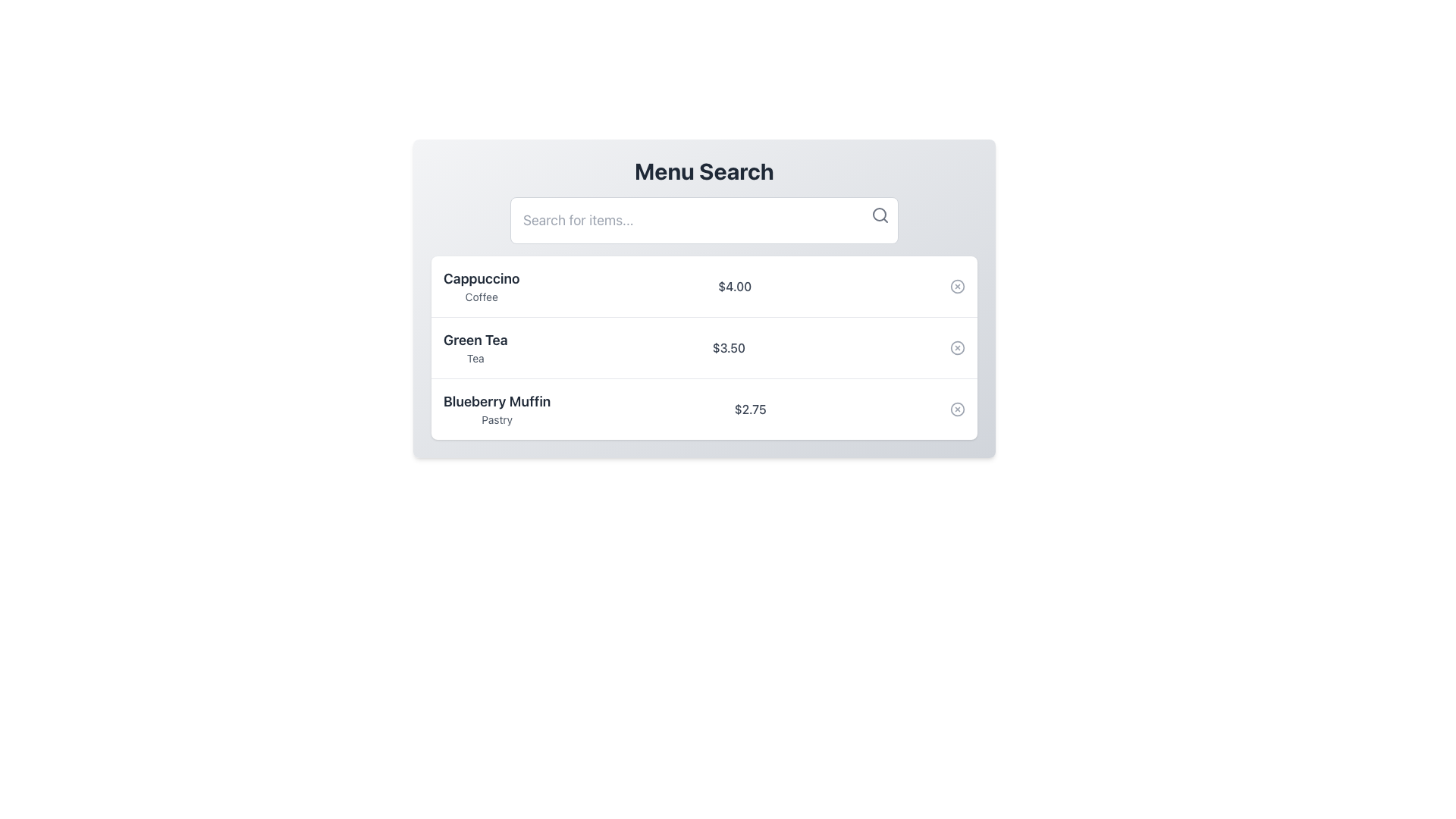  Describe the element at coordinates (704, 348) in the screenshot. I see `the second menu item in the list under 'Menu Search'` at that location.